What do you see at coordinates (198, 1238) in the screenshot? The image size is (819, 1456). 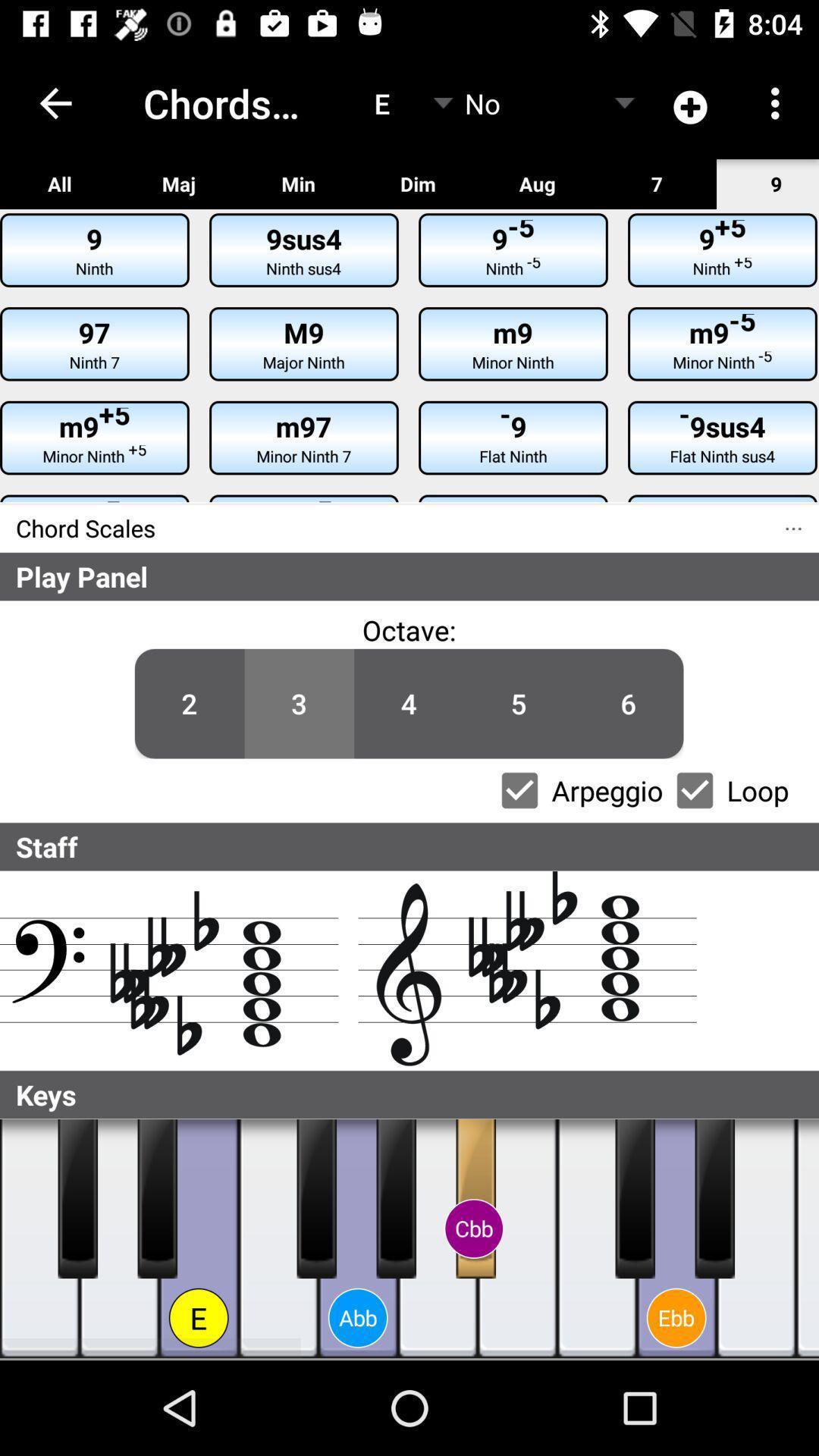 I see `e piano key` at bounding box center [198, 1238].